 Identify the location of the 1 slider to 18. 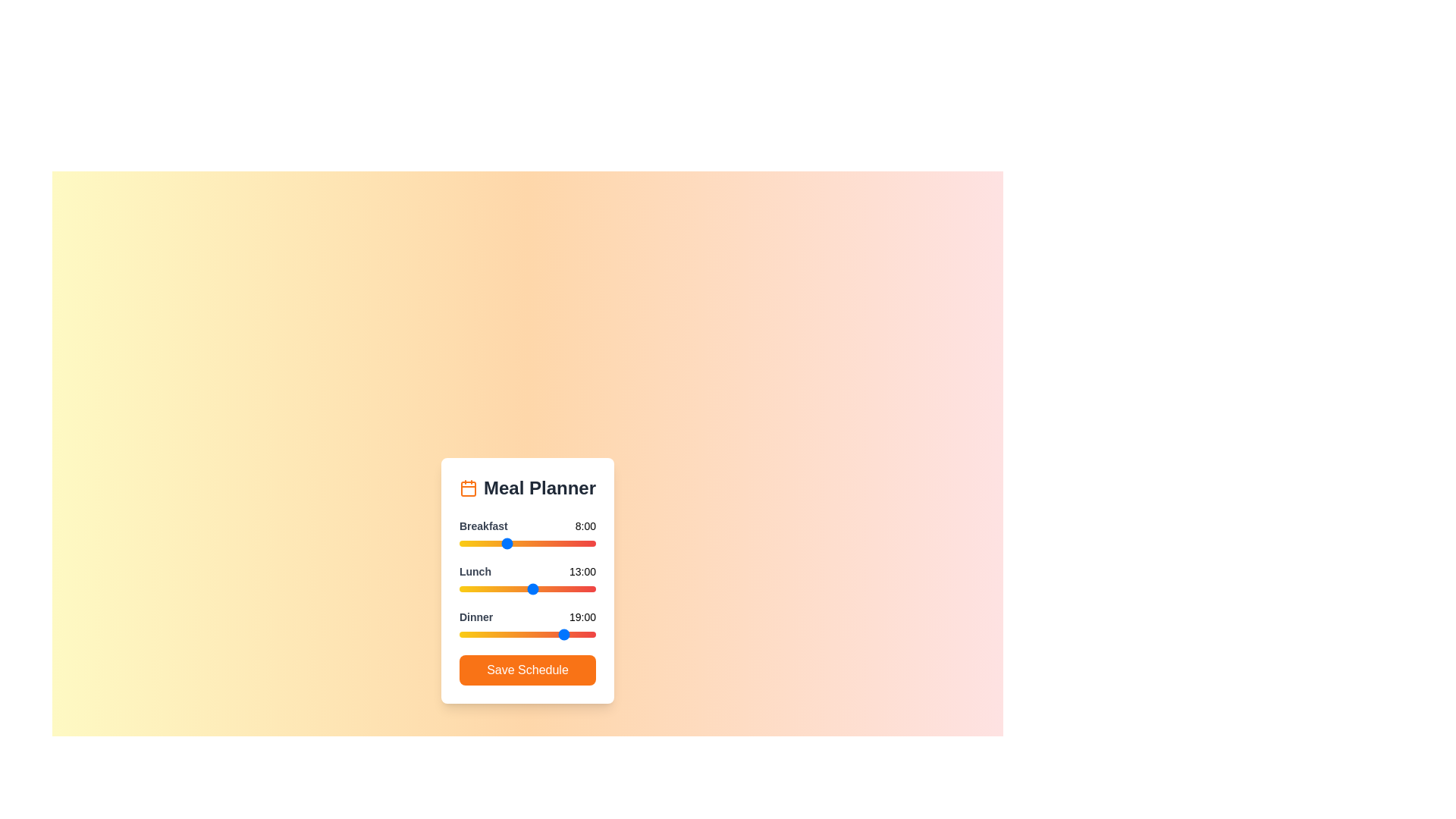
(560, 588).